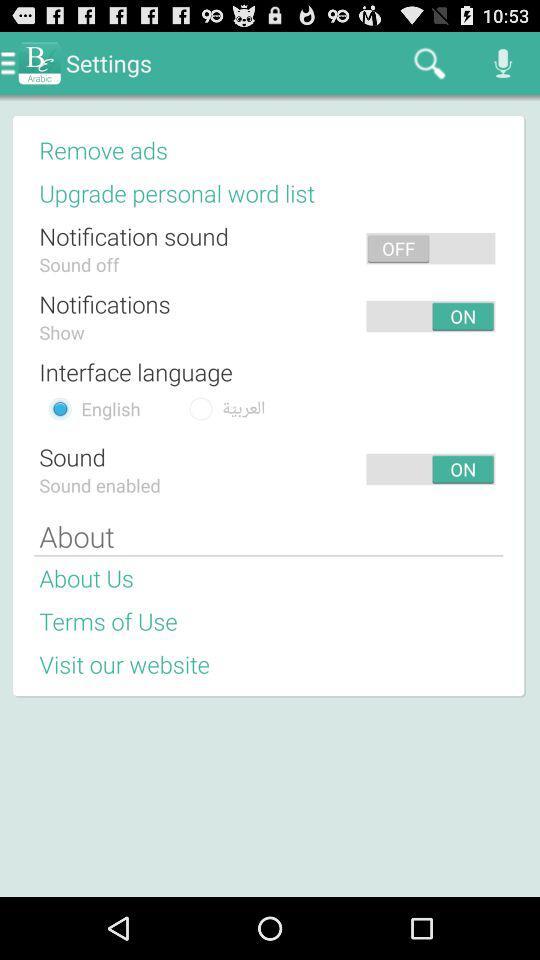 This screenshot has width=540, height=960. I want to click on the app next to the remove ads item, so click(337, 148).